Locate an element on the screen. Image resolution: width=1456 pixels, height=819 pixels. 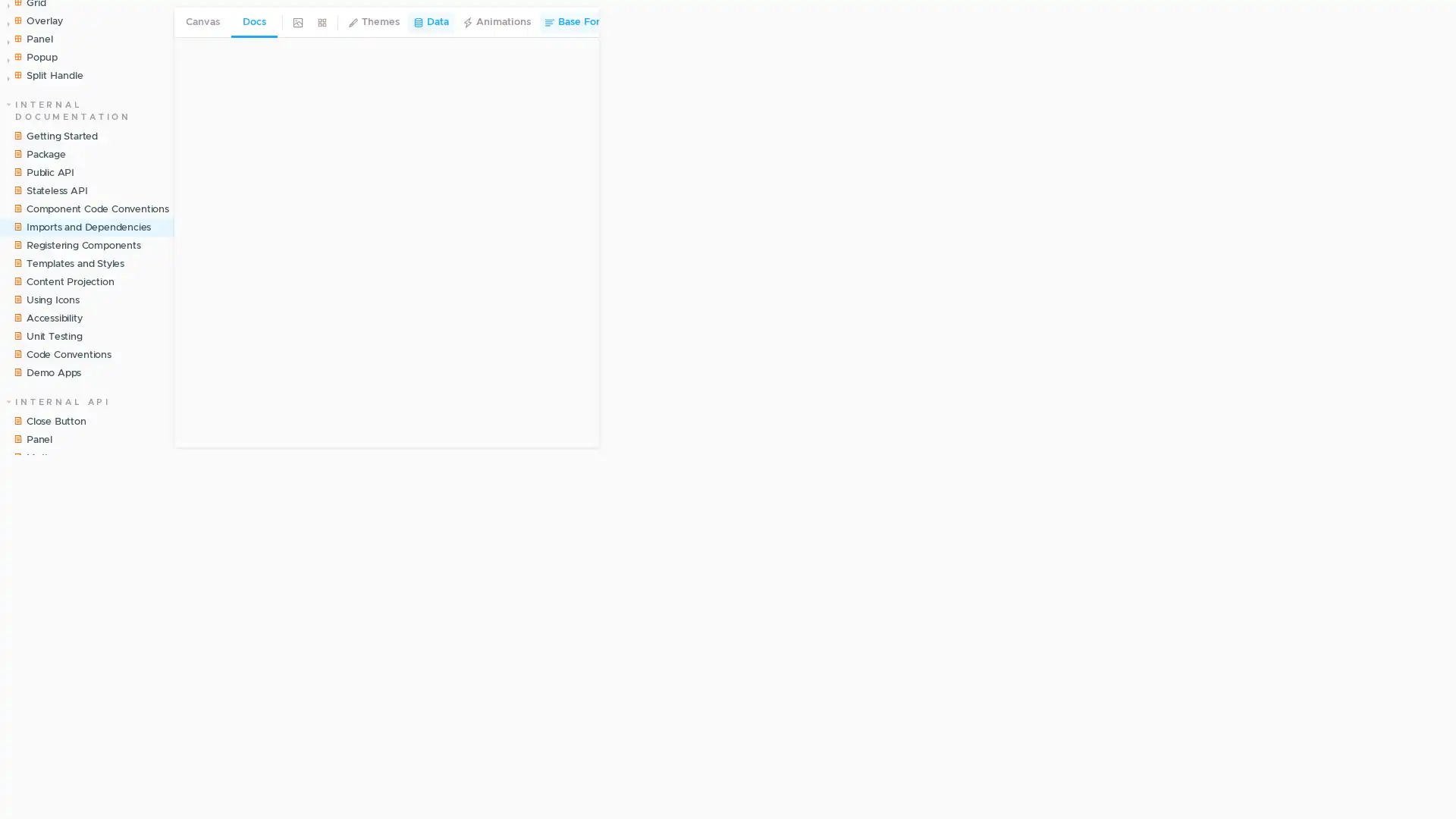
INTERNAL CONTROLLERS is located at coordinates (79, 639).